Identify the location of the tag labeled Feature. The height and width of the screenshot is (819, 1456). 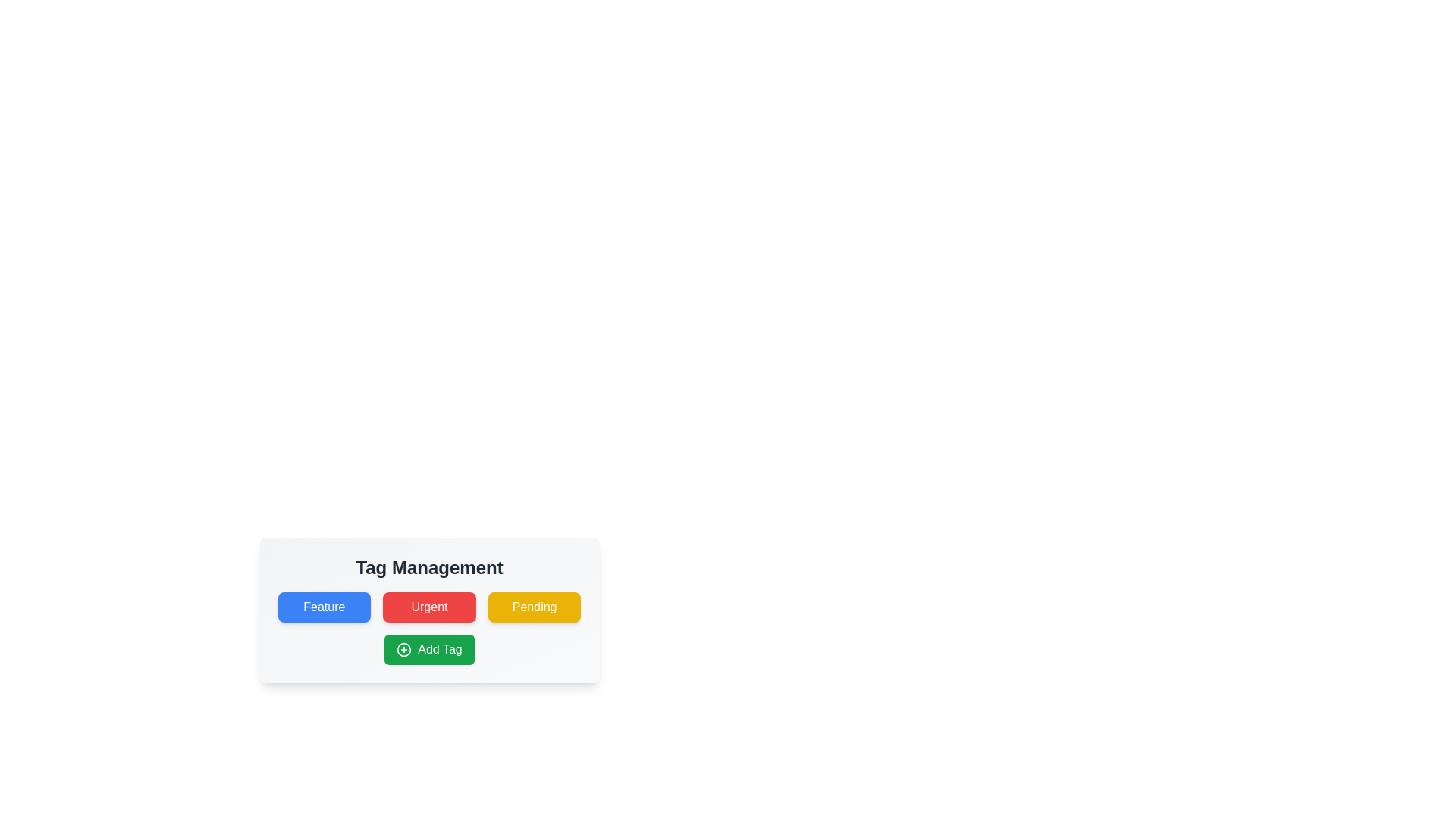
(323, 607).